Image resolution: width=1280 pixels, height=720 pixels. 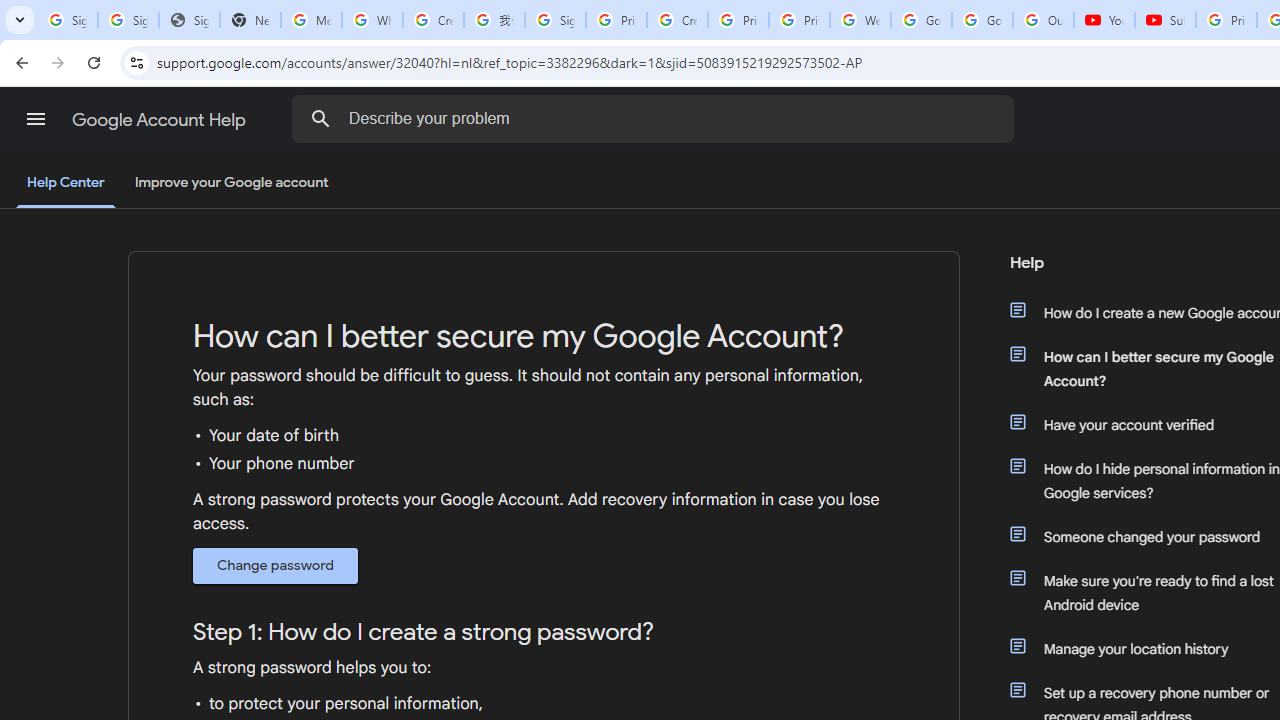 I want to click on 'Google Account Help', so click(x=160, y=119).